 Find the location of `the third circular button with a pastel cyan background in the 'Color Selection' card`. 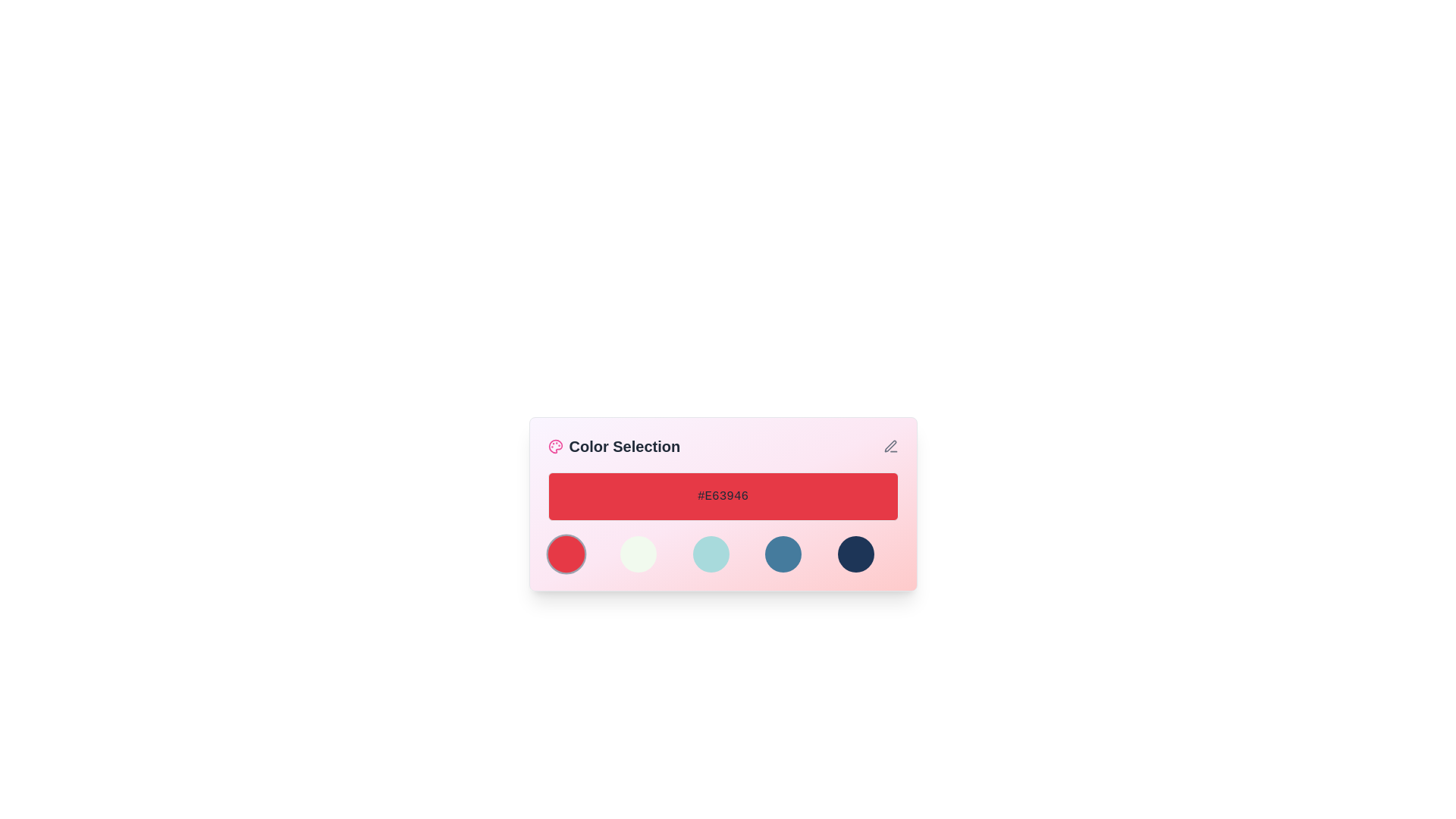

the third circular button with a pastel cyan background in the 'Color Selection' card is located at coordinates (722, 554).